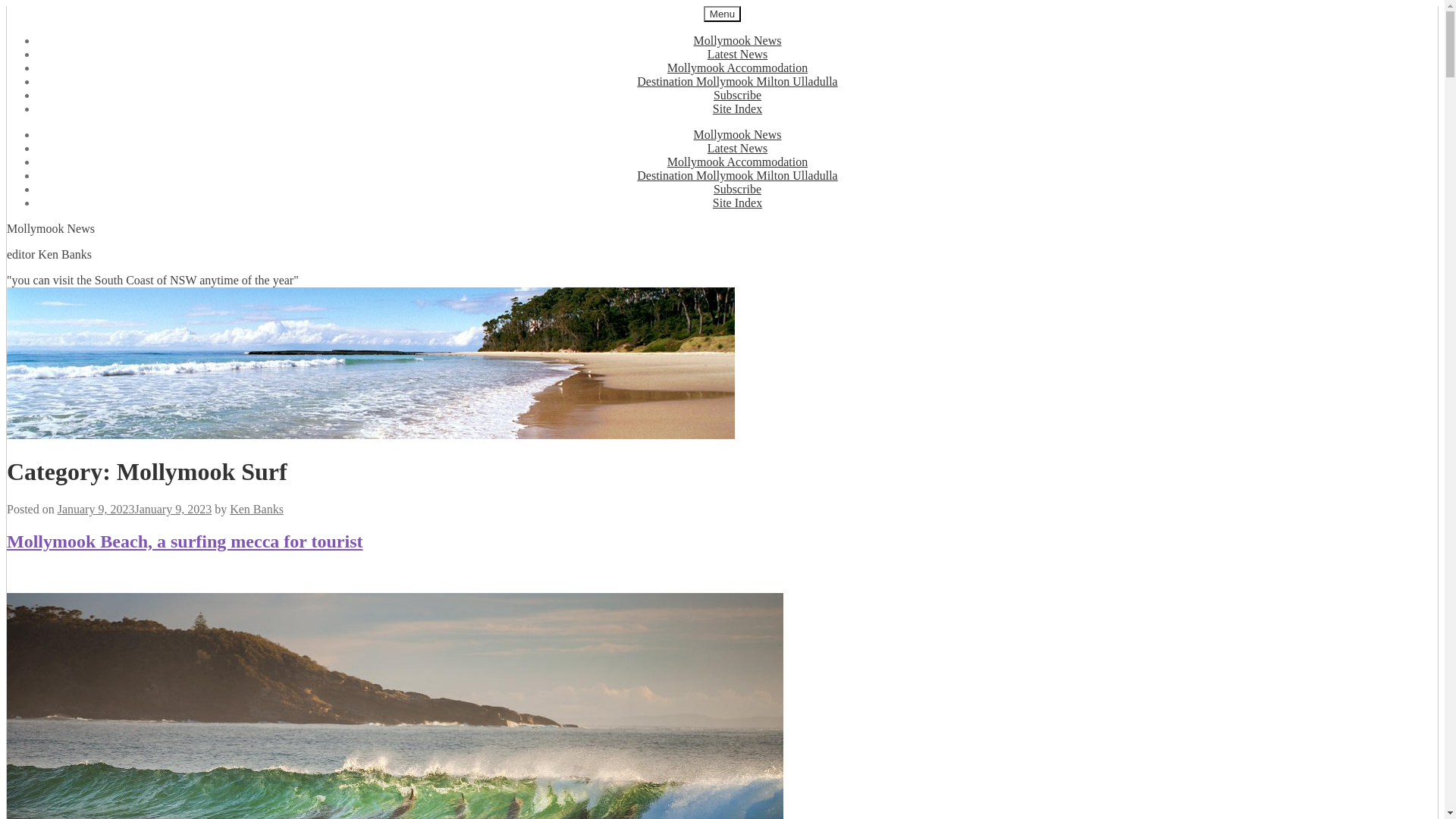 The height and width of the screenshot is (819, 1456). Describe the element at coordinates (737, 67) in the screenshot. I see `'Mollymook Accommodation'` at that location.